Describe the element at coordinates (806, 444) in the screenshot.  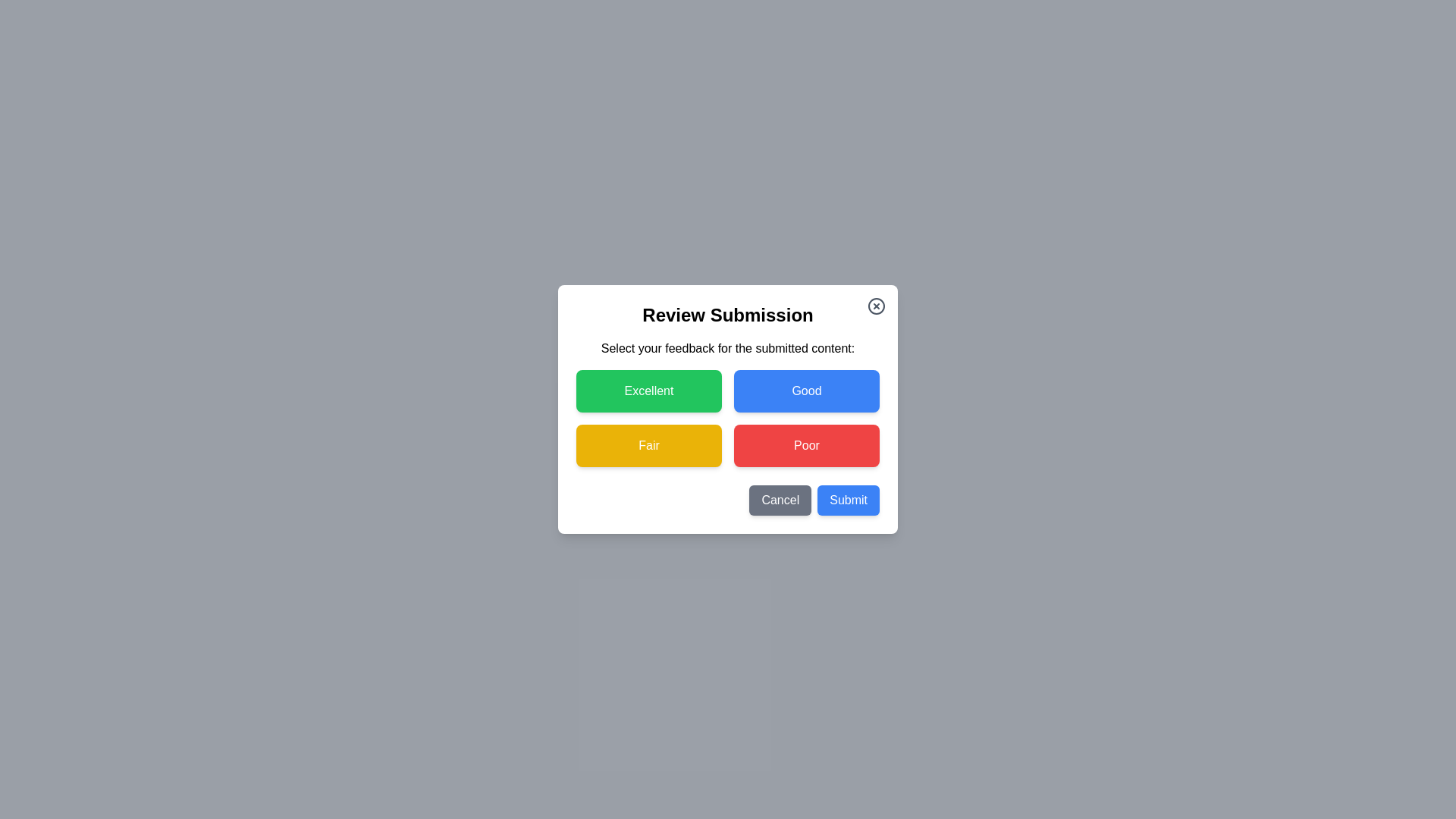
I see `the button labeled Poor to select the corresponding feedback` at that location.